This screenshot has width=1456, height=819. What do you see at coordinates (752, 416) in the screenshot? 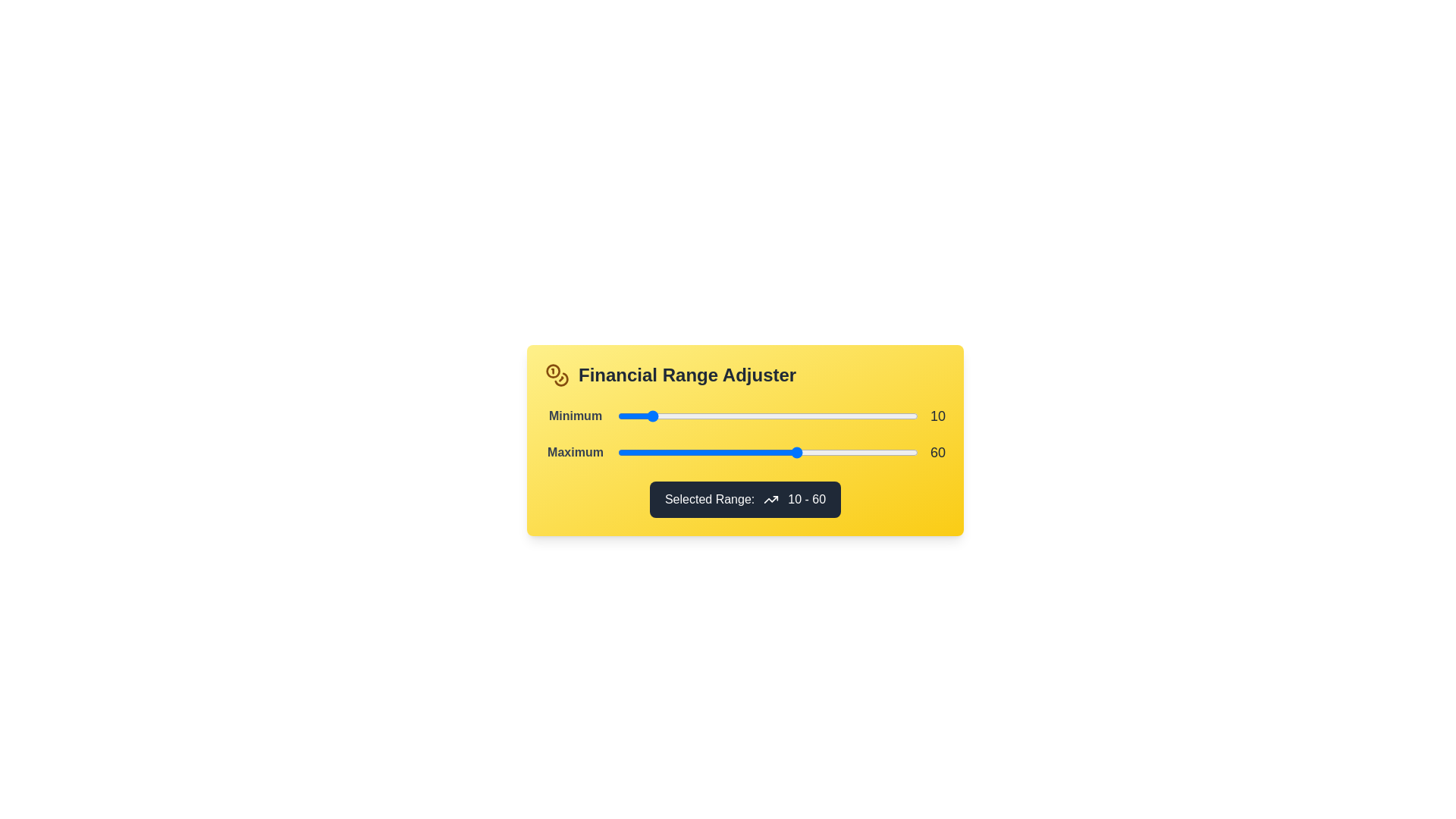
I see `the 'Minimum' slider to 45 within its range` at bounding box center [752, 416].